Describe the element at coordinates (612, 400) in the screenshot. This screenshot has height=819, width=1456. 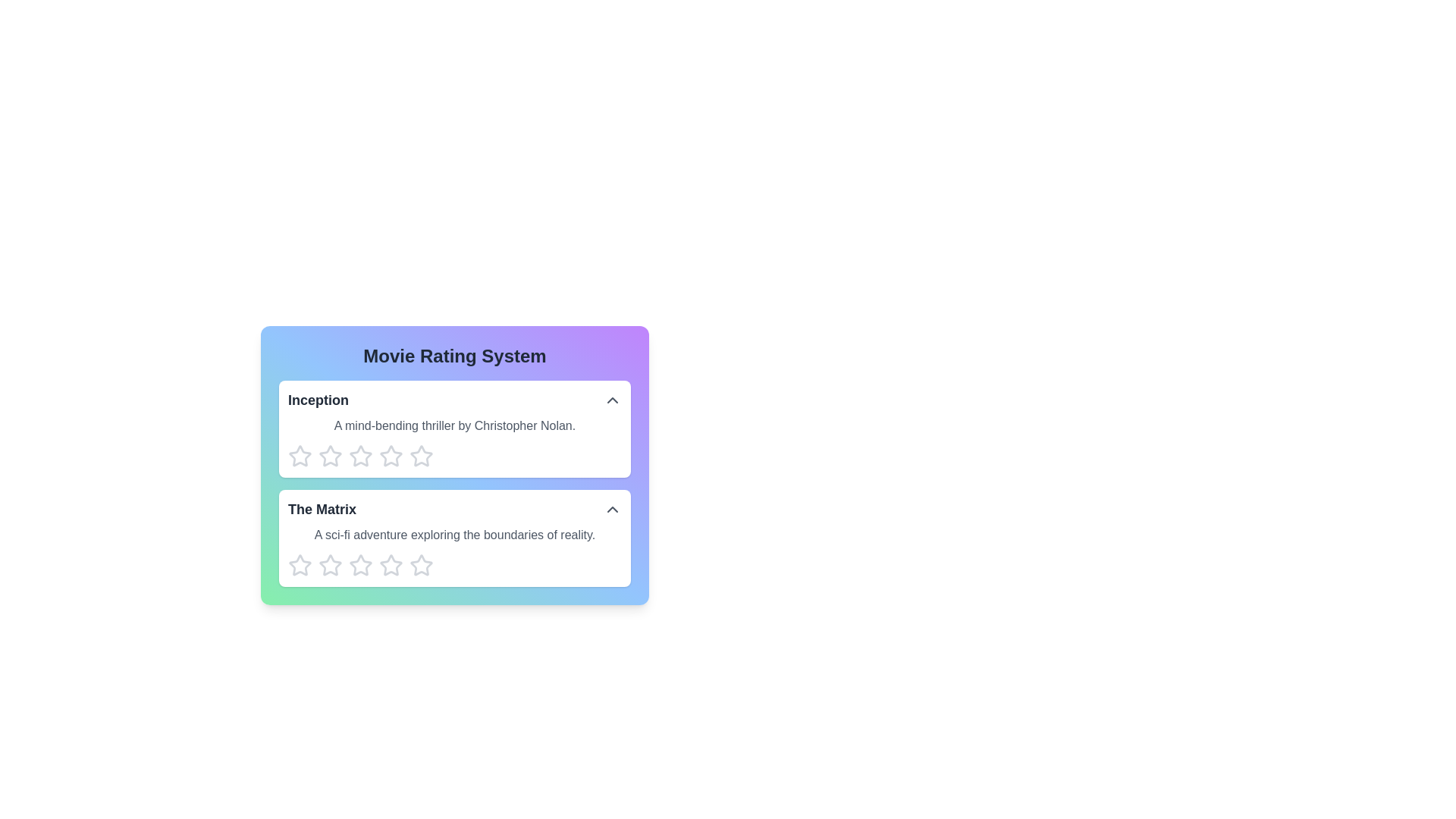
I see `the toggle button icon located at the far right of the 'Inception' card` at that location.